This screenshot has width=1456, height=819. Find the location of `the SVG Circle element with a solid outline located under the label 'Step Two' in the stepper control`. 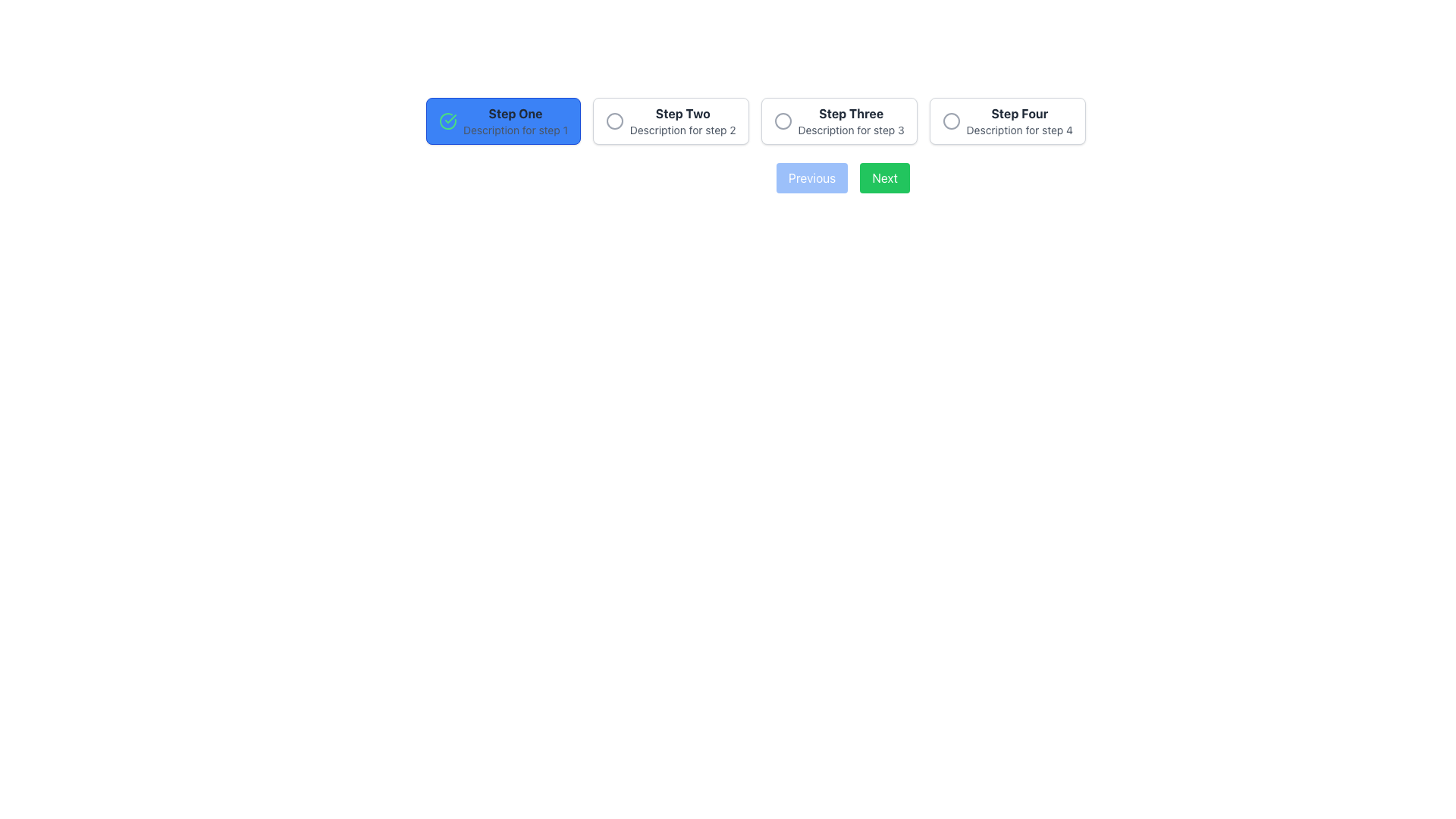

the SVG Circle element with a solid outline located under the label 'Step Two' in the stepper control is located at coordinates (614, 120).